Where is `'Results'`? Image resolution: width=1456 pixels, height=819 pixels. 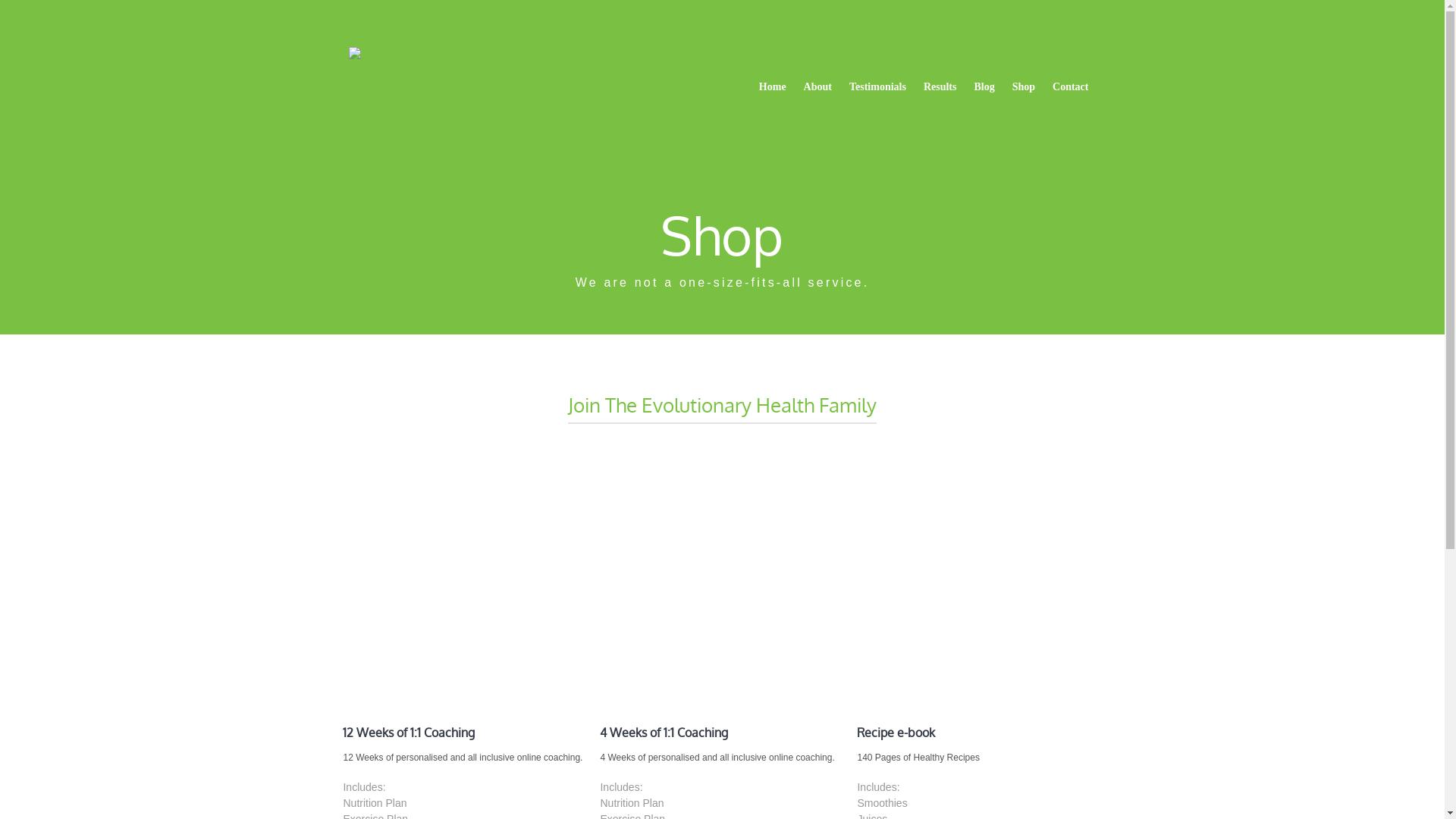 'Results' is located at coordinates (915, 87).